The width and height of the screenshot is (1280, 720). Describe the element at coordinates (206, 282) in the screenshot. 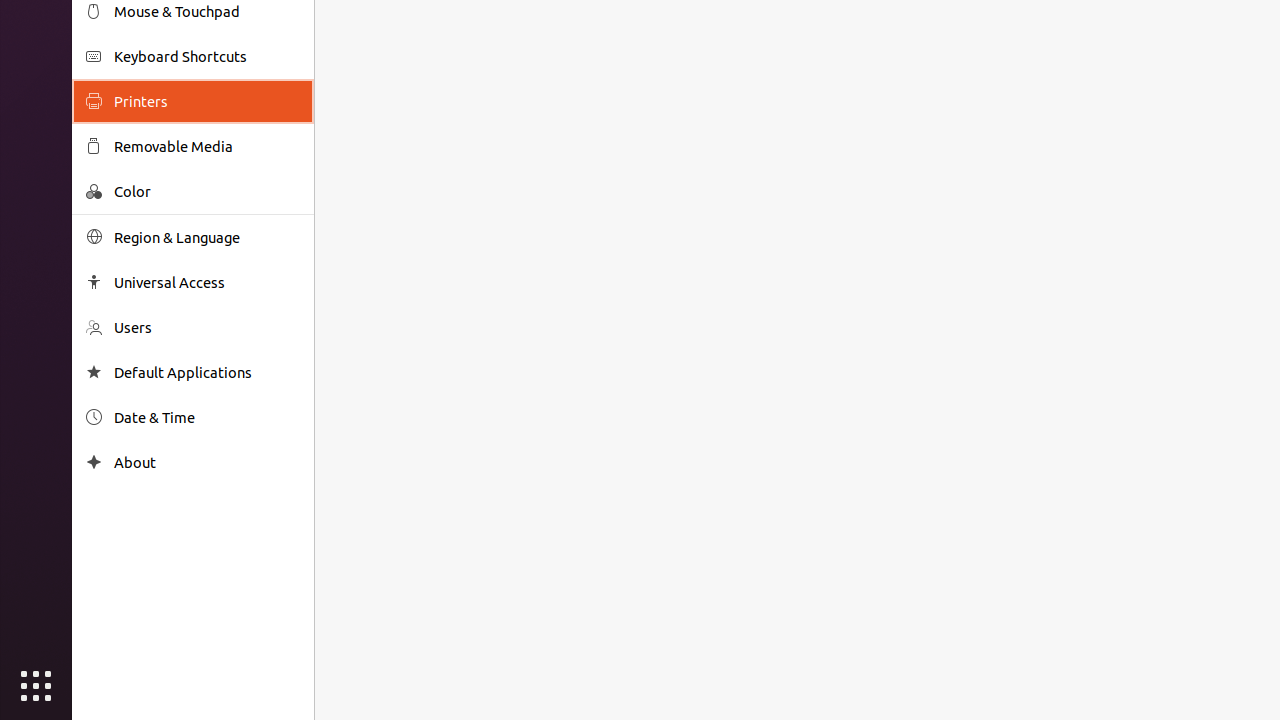

I see `'Universal Access'` at that location.